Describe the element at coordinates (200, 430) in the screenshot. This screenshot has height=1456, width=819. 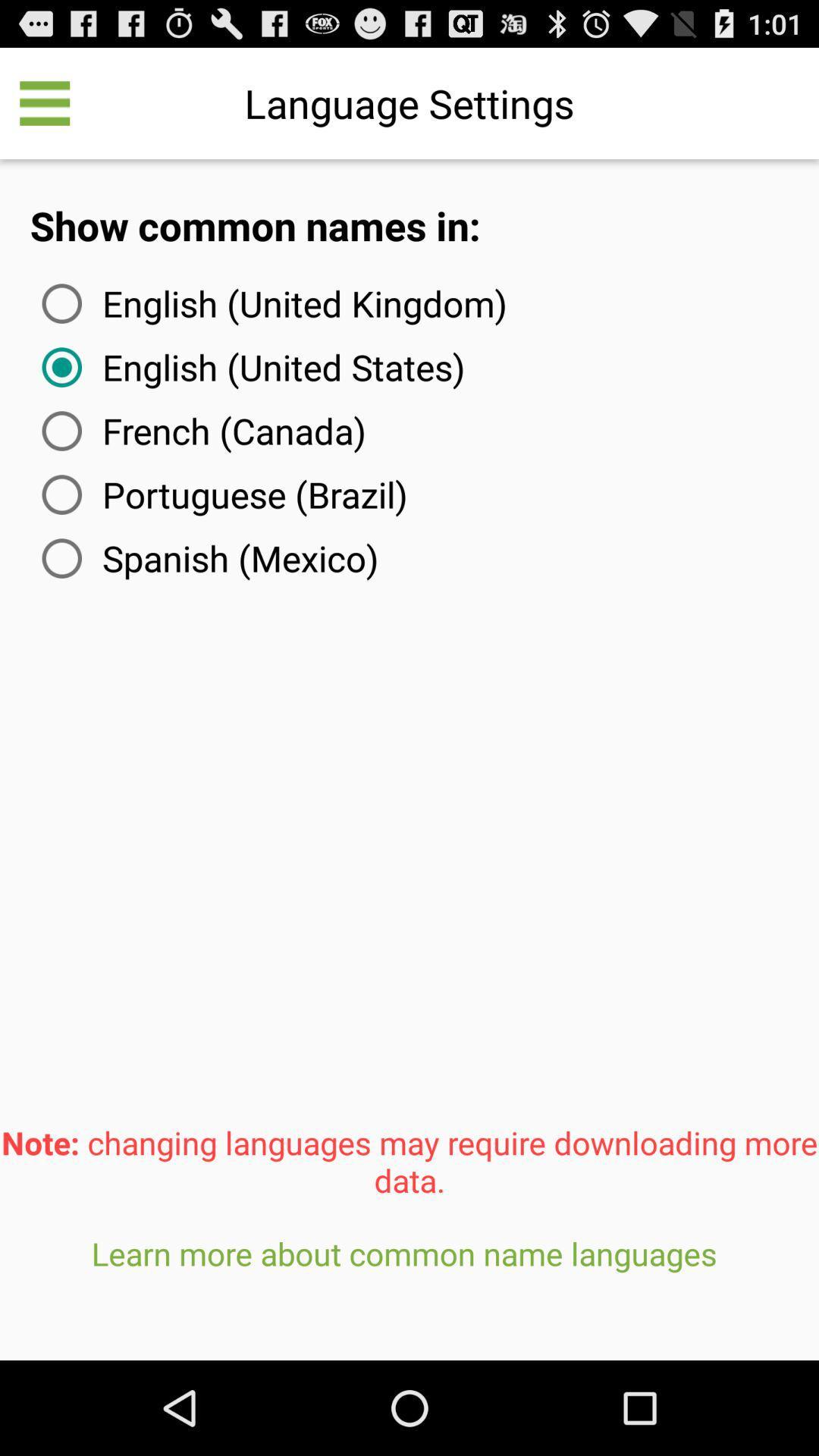
I see `item above portuguese (brazil) icon` at that location.